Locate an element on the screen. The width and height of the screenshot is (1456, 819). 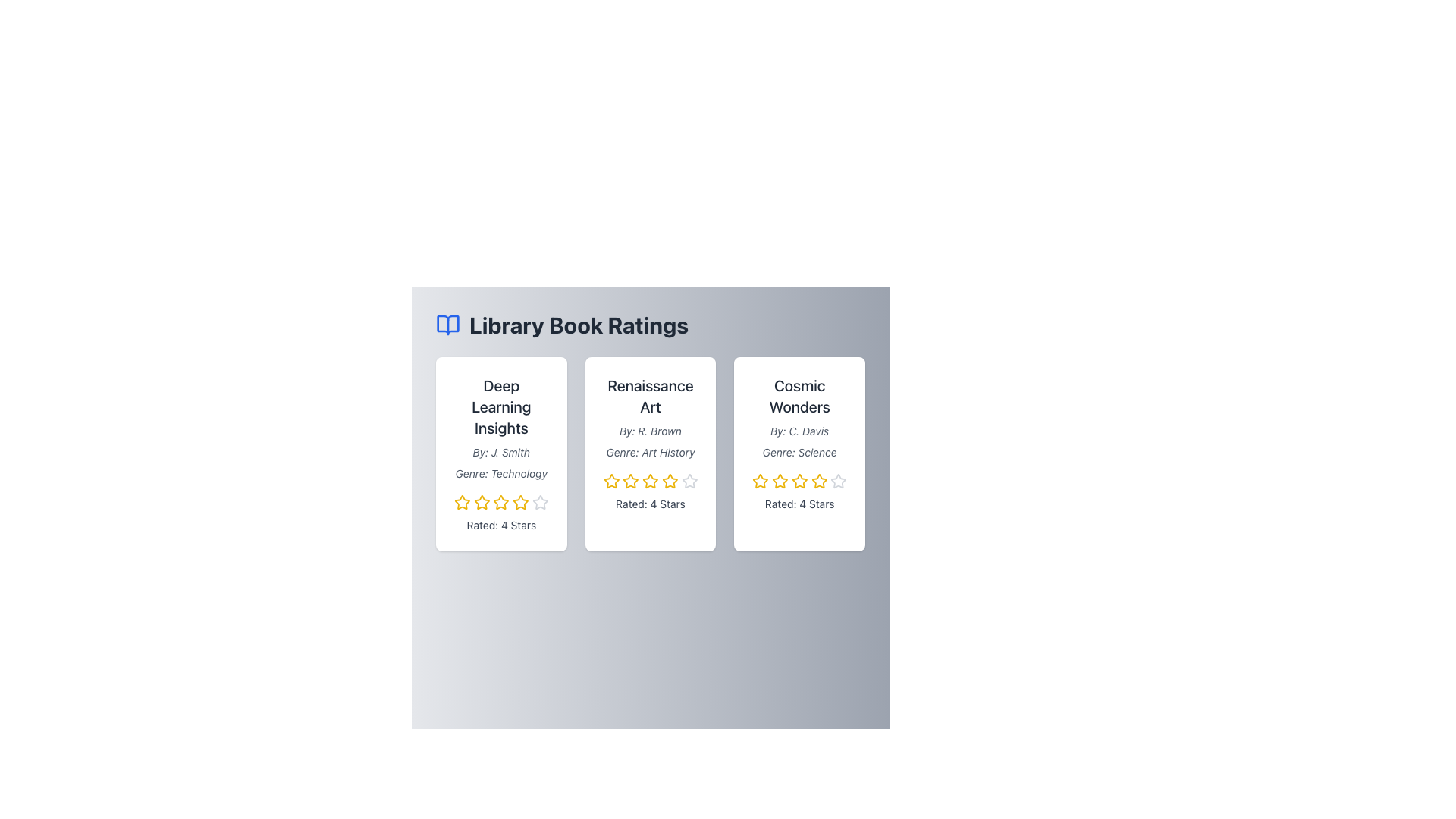
the first yellow five-pointed star in the row of rating stars below the 'Deep Learning Insights' card is located at coordinates (461, 502).